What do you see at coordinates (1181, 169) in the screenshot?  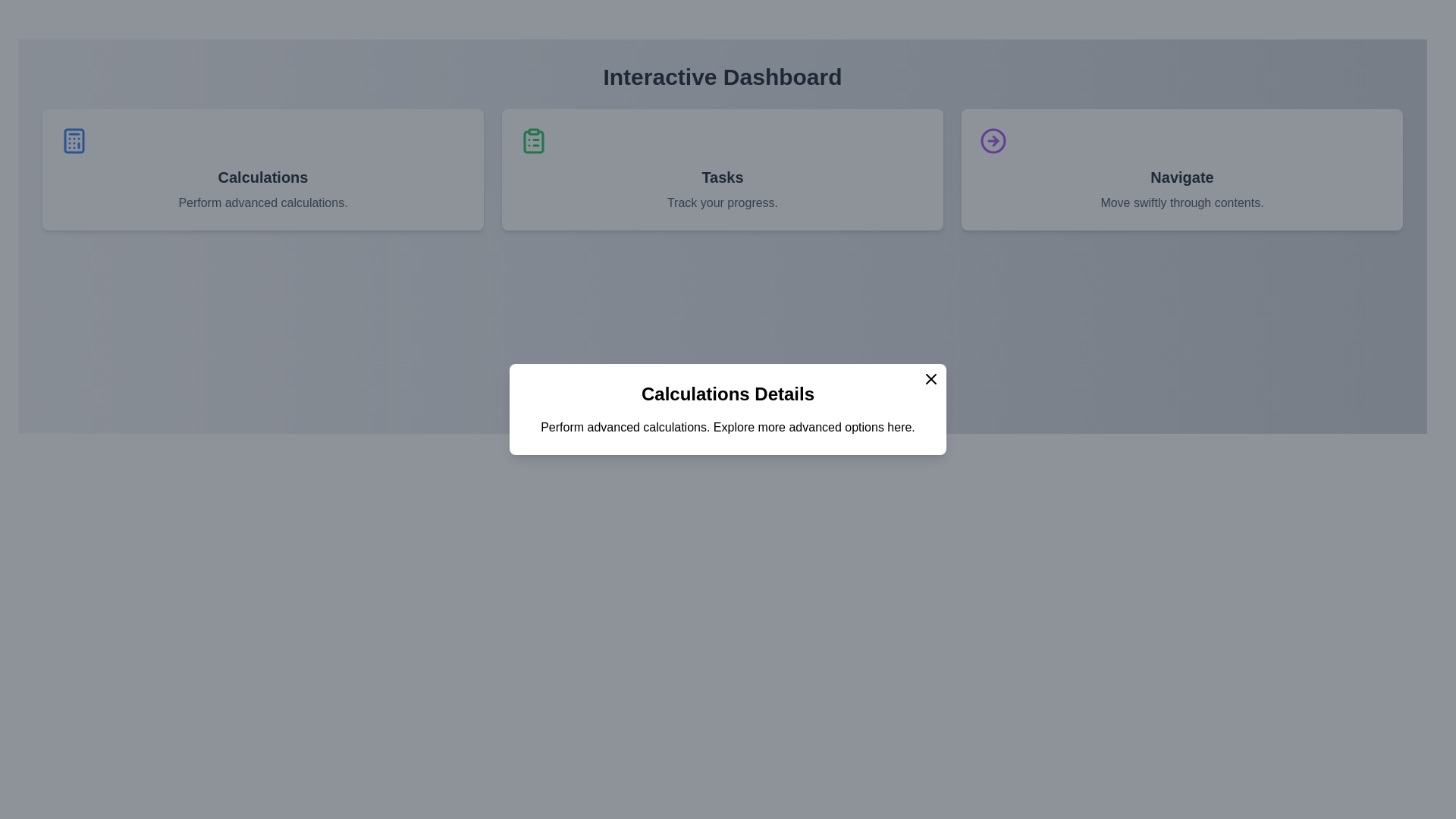 I see `the third Card component in the top-right corner of the grid` at bounding box center [1181, 169].